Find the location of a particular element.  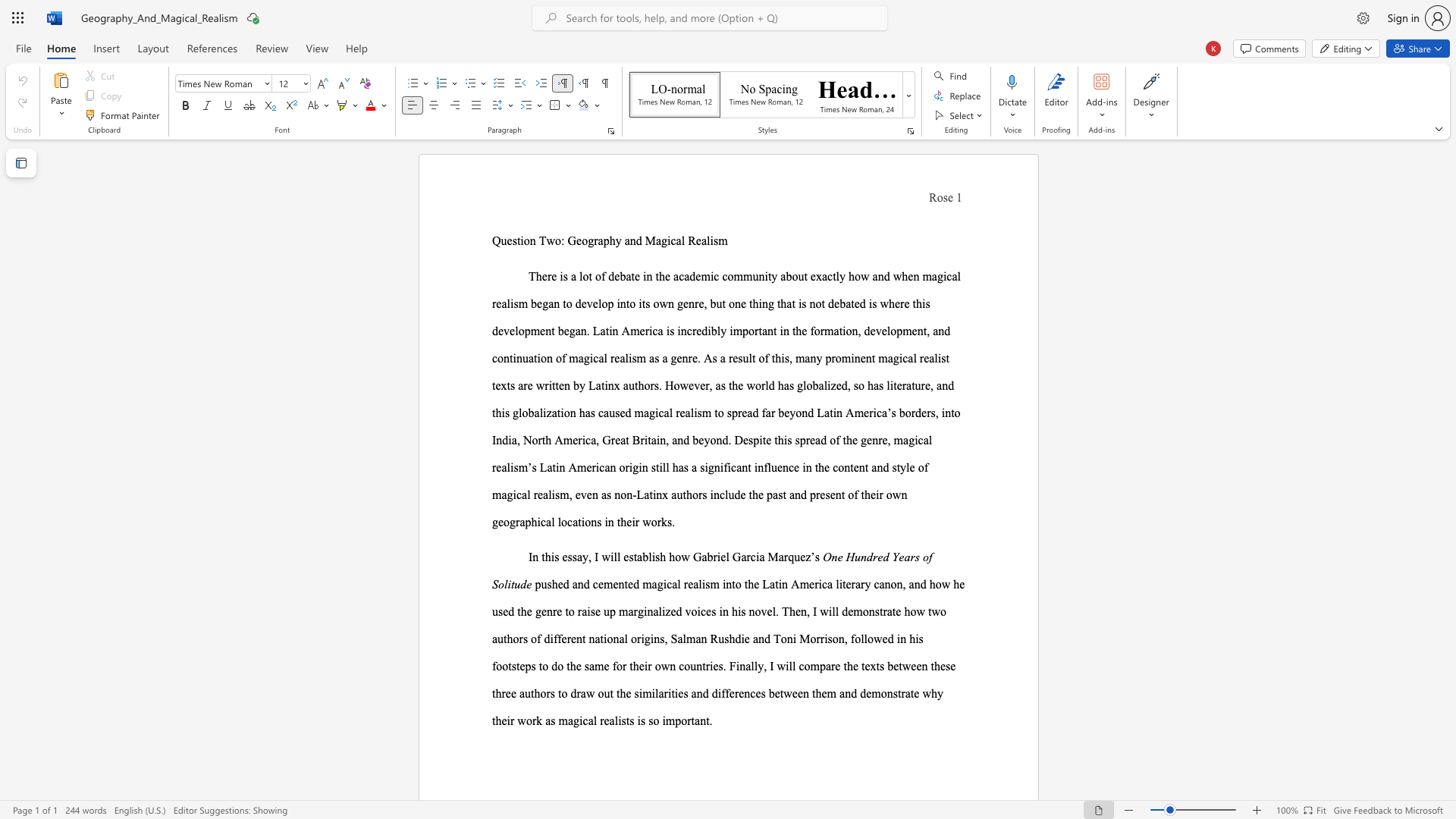

the subset text "emonstrate" within the text "demonstrate" is located at coordinates (866, 693).